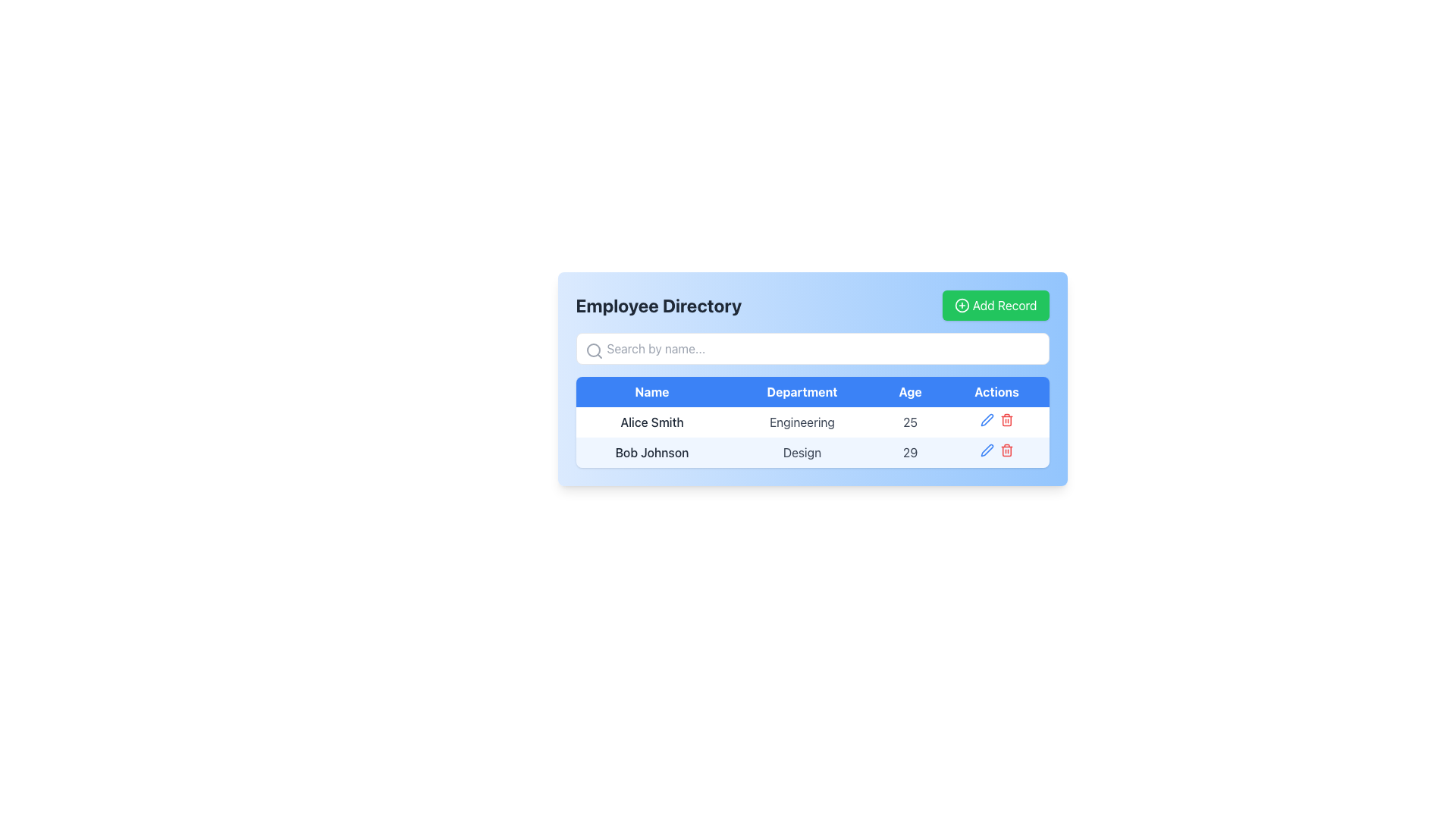 Image resolution: width=1456 pixels, height=819 pixels. What do you see at coordinates (987, 420) in the screenshot?
I see `the clickable edit icon in the 'Actions' column of the second row in the 'Employee Directory' layout, associated with 'Bob Johnson'` at bounding box center [987, 420].